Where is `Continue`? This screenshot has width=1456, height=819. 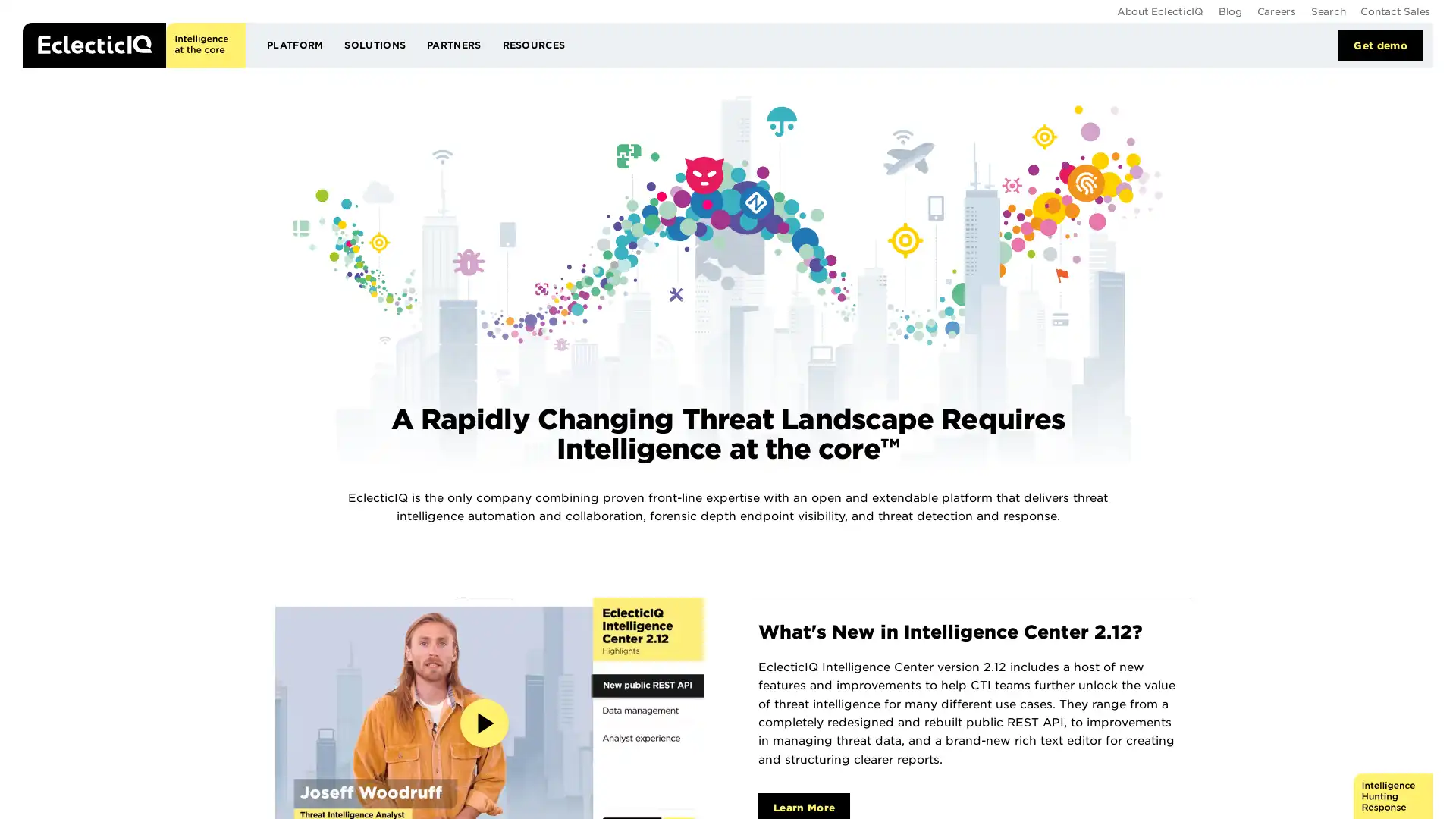 Continue is located at coordinates (784, 158).